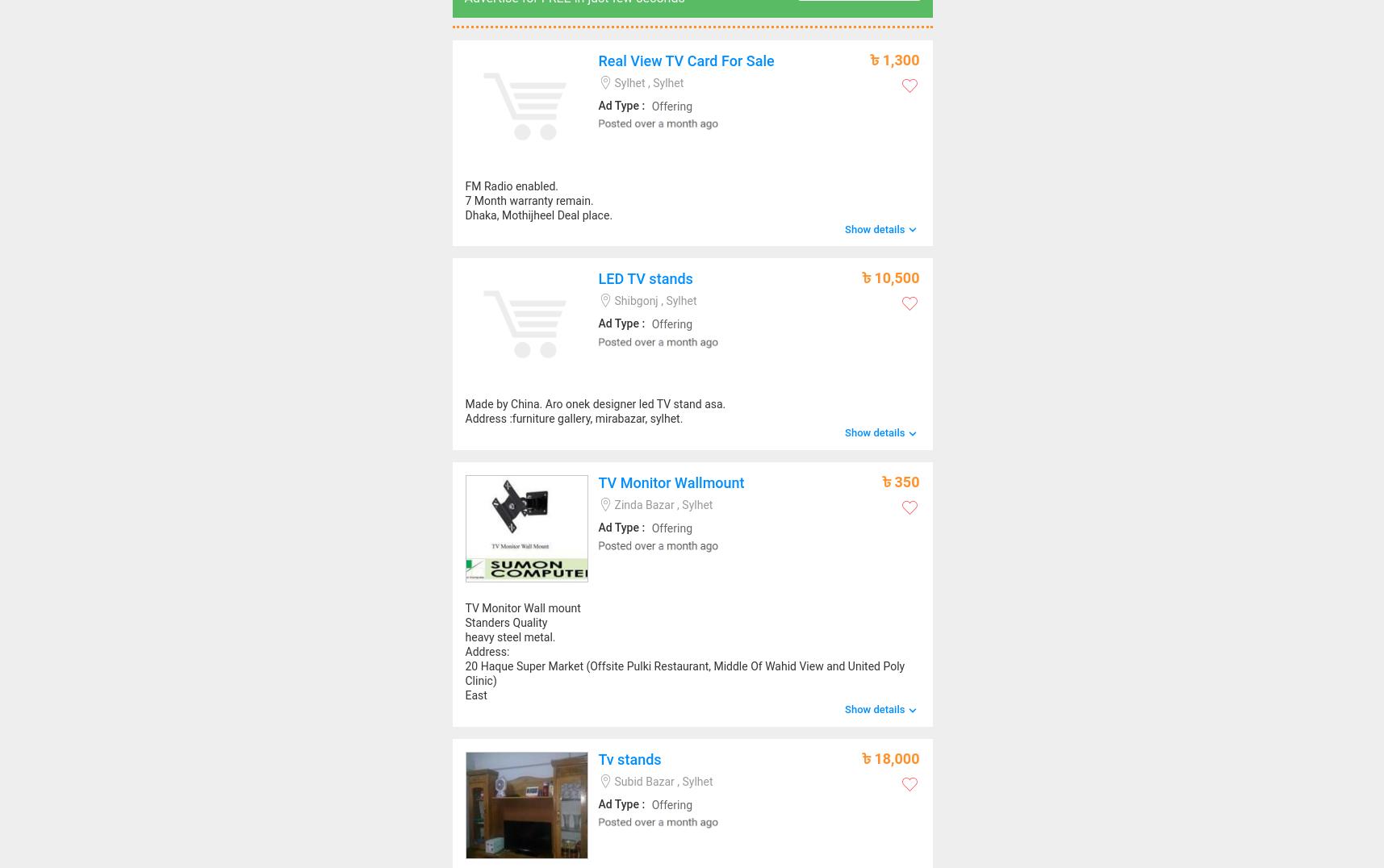 The height and width of the screenshot is (868, 1384). Describe the element at coordinates (644, 278) in the screenshot. I see `'LED TV stands'` at that location.